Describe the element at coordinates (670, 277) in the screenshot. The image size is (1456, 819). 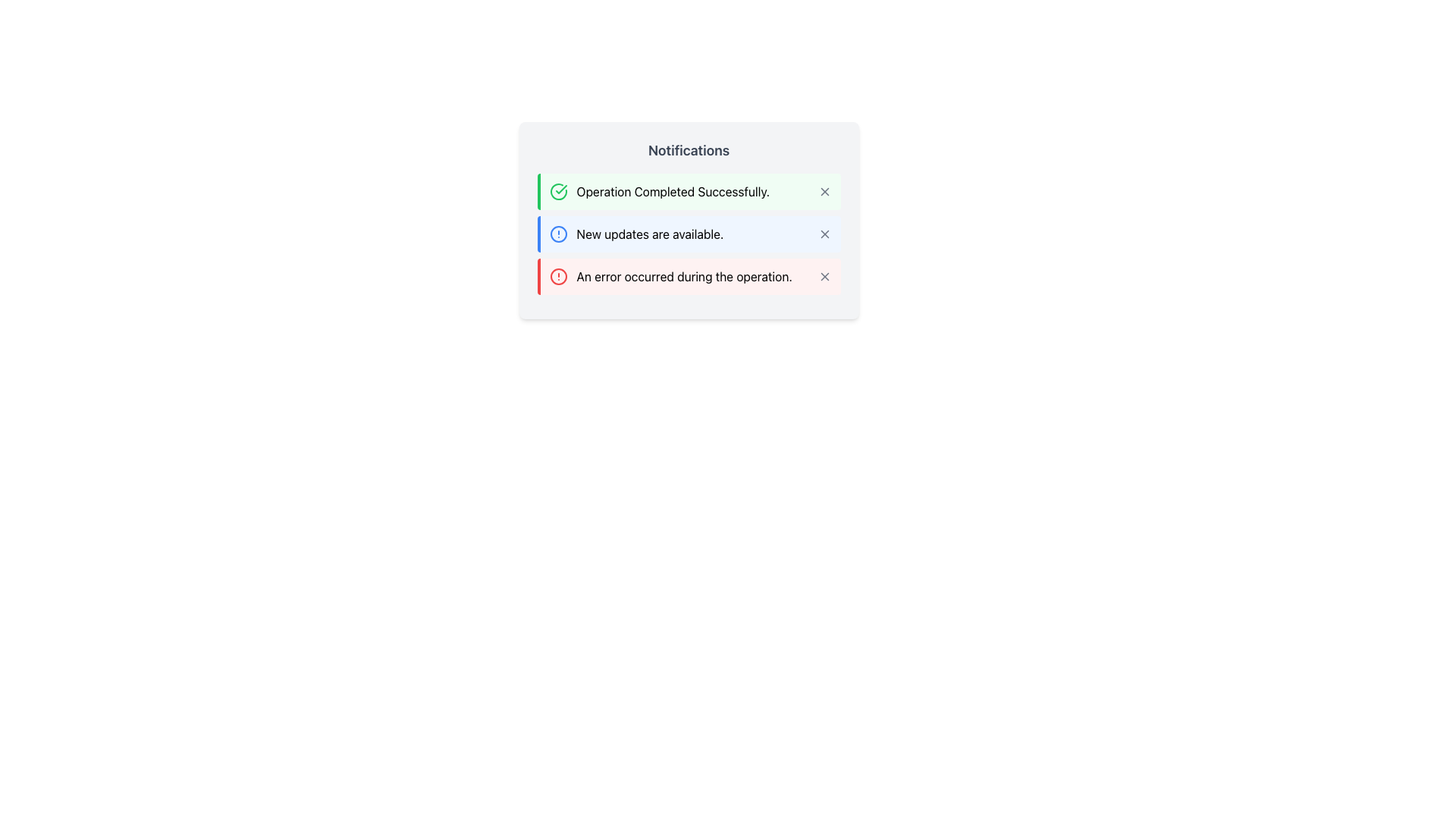
I see `text of the alert notification card located at the bottom of the vertically stacked notification list, which is the third entry in the list` at that location.